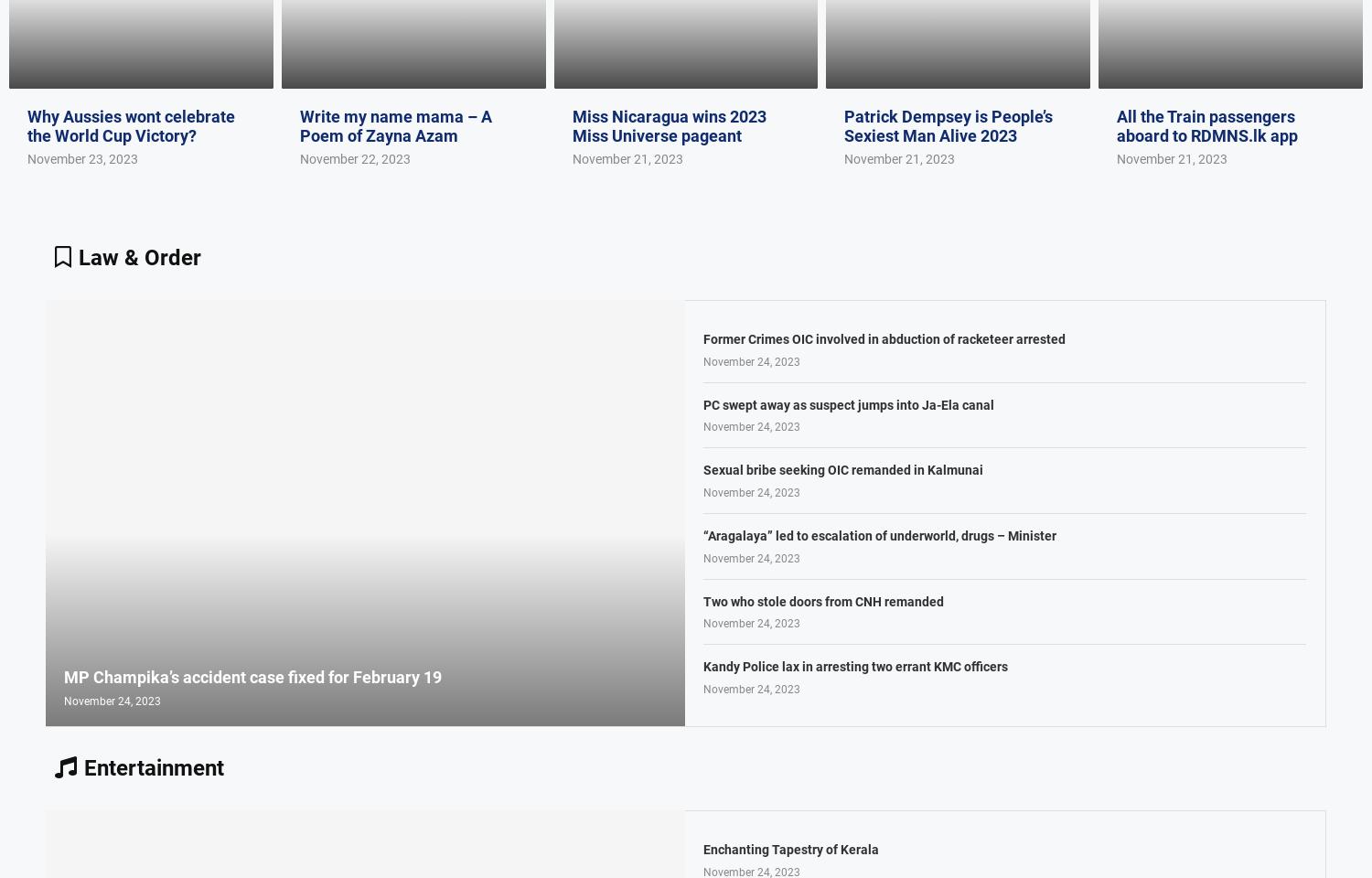  Describe the element at coordinates (354, 156) in the screenshot. I see `'November 22, 2023'` at that location.